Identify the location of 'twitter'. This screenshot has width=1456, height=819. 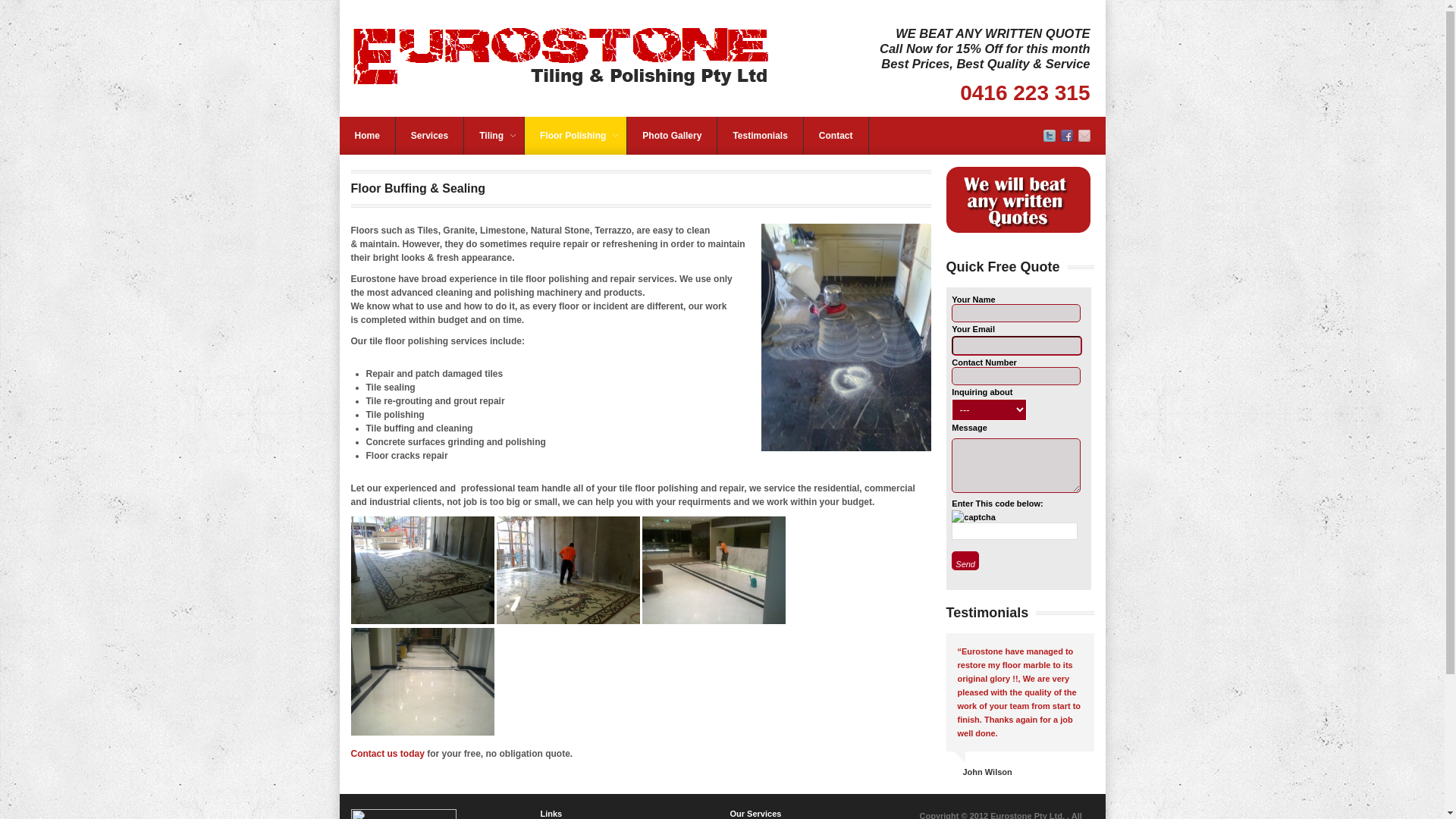
(1048, 138).